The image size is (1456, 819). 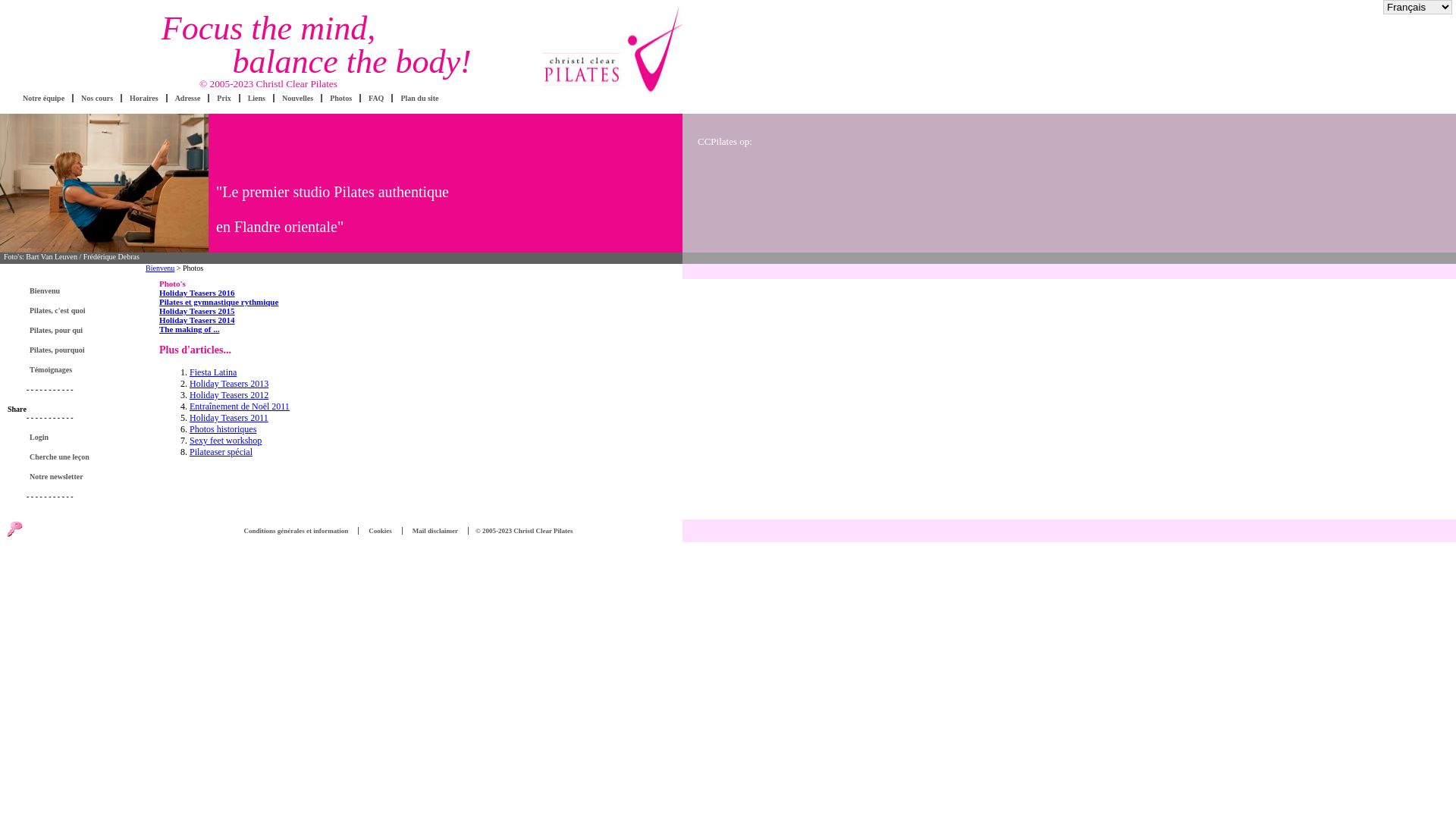 I want to click on 'Photos', so click(x=340, y=98).